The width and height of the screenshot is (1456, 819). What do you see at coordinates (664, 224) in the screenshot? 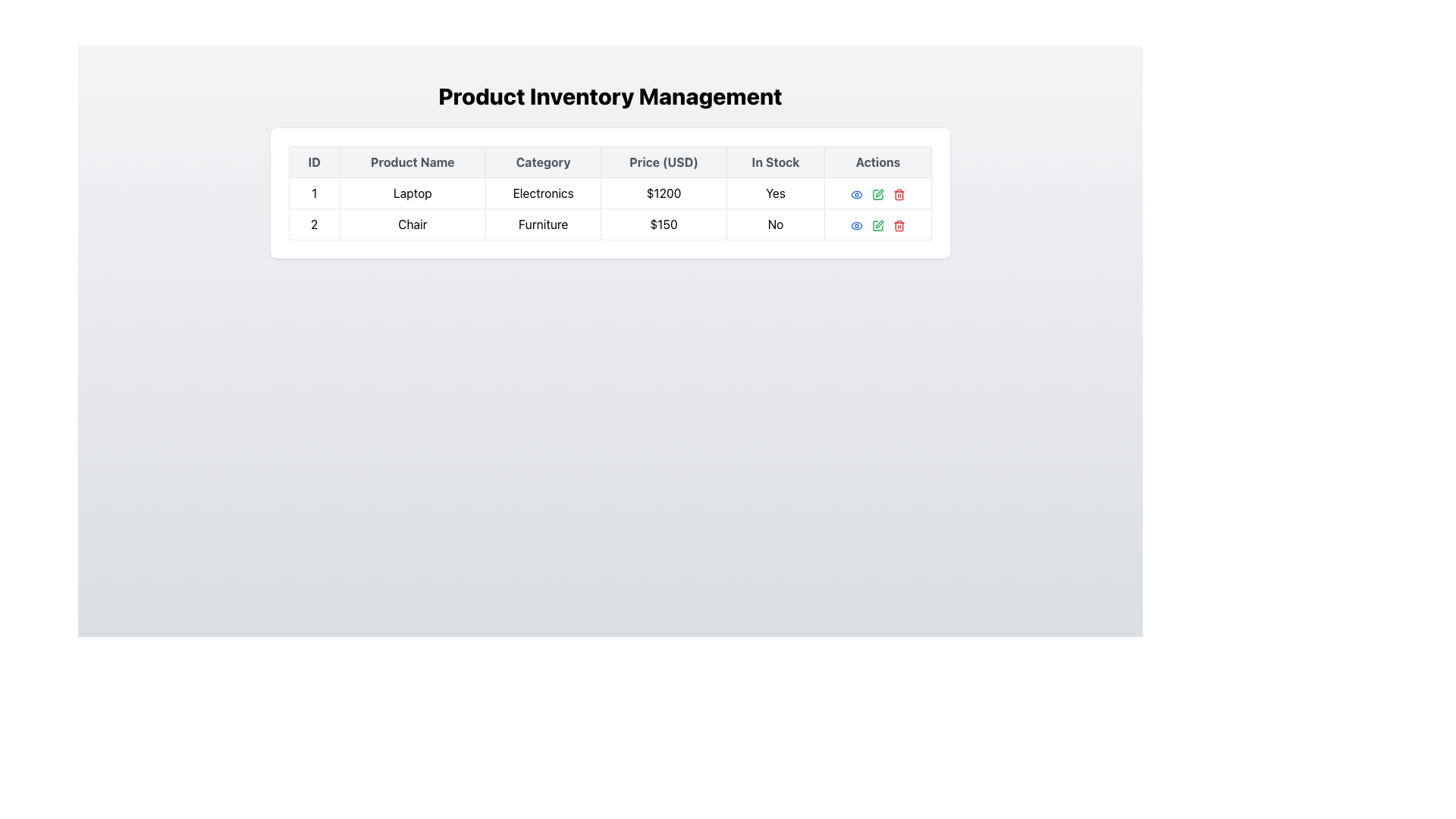
I see `the text field displaying the value '$150' located in the fourth column of the second row in a table, which is preceded by 'Furniture' and followed by 'No'` at bounding box center [664, 224].